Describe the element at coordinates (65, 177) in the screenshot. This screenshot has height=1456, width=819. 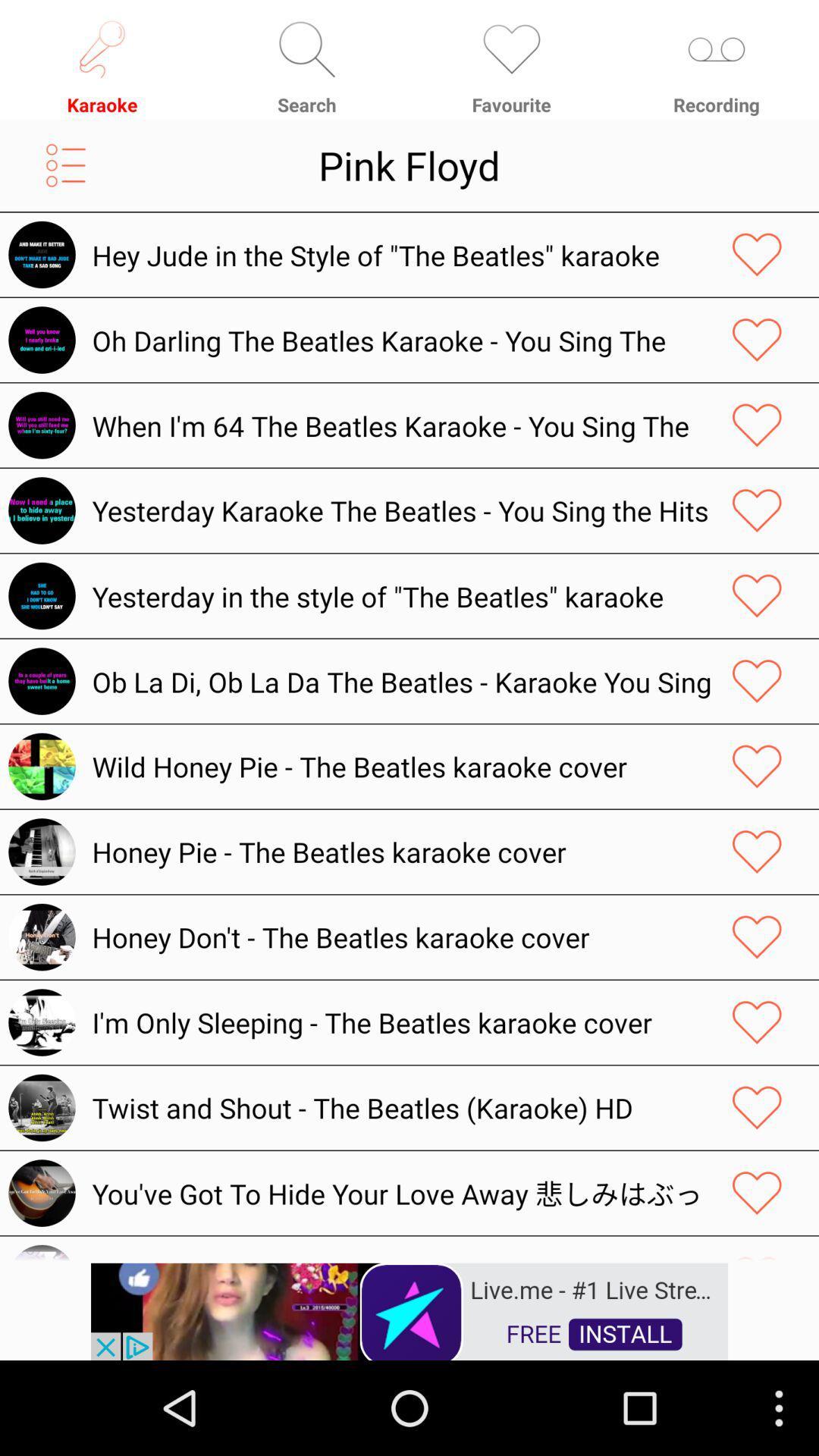
I see `the list icon` at that location.